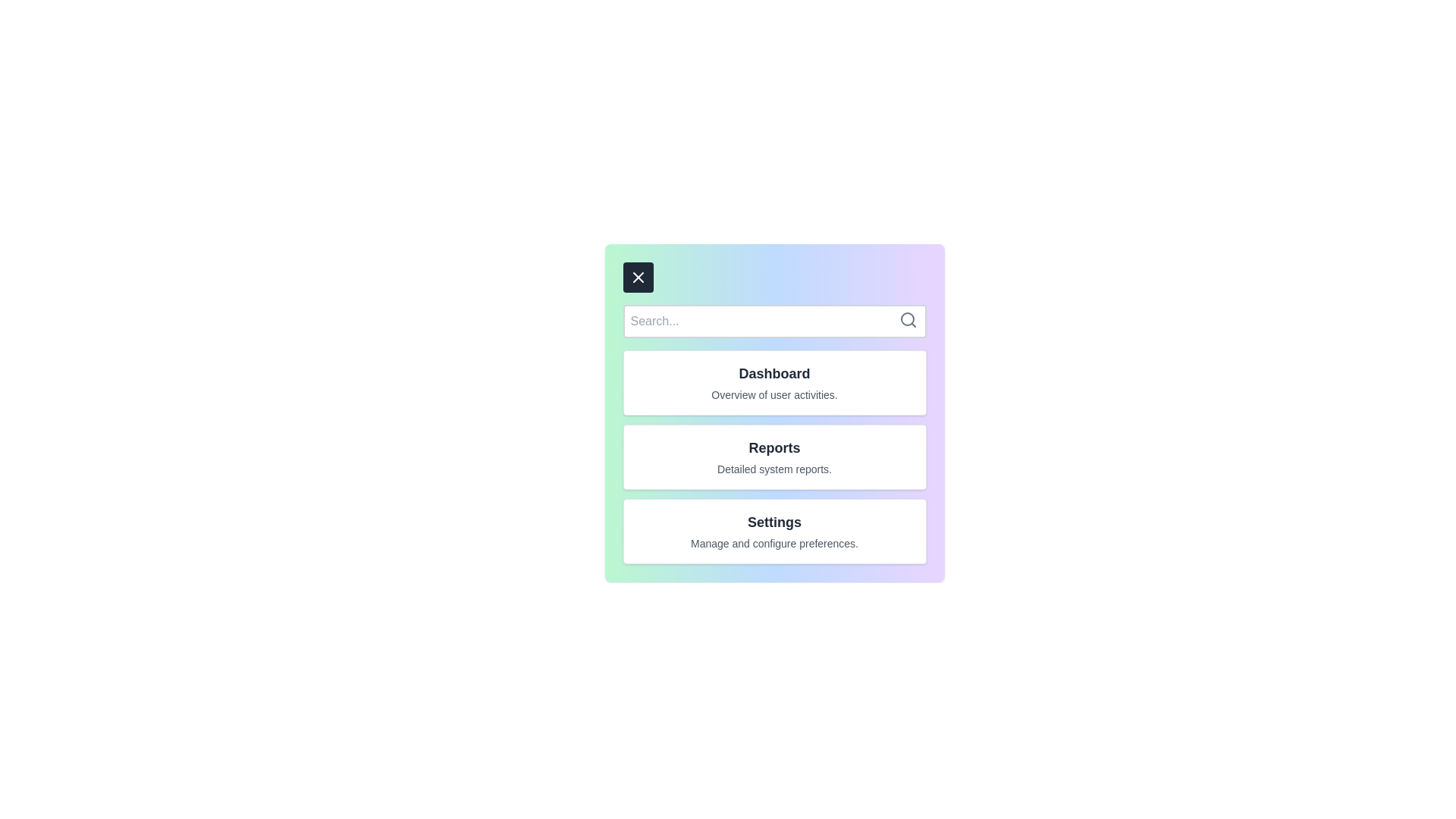 The width and height of the screenshot is (1456, 819). What do you see at coordinates (638, 278) in the screenshot?
I see `the toggle button to change the menu state` at bounding box center [638, 278].